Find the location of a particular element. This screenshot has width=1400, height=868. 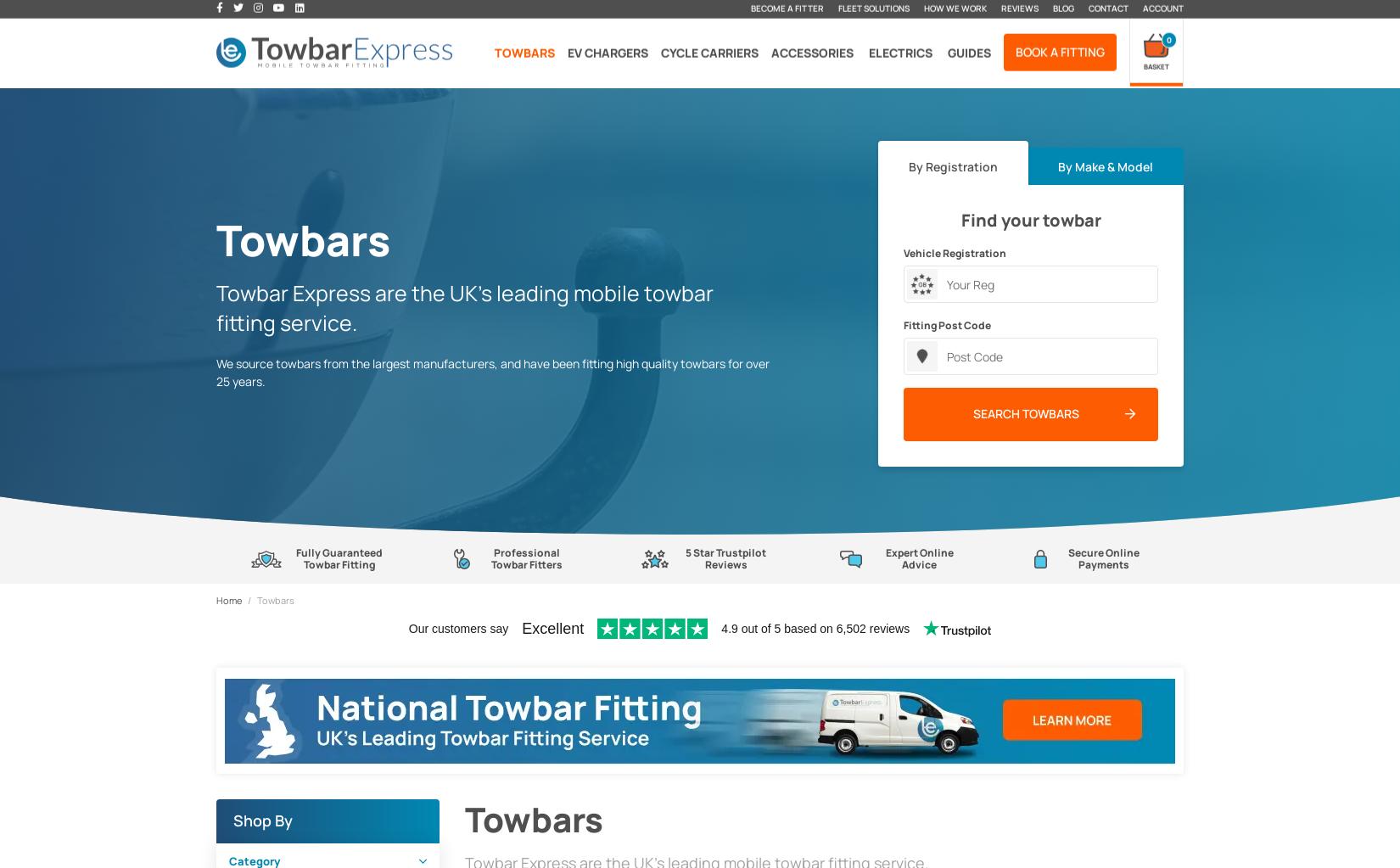

'By Registration' is located at coordinates (952, 166).